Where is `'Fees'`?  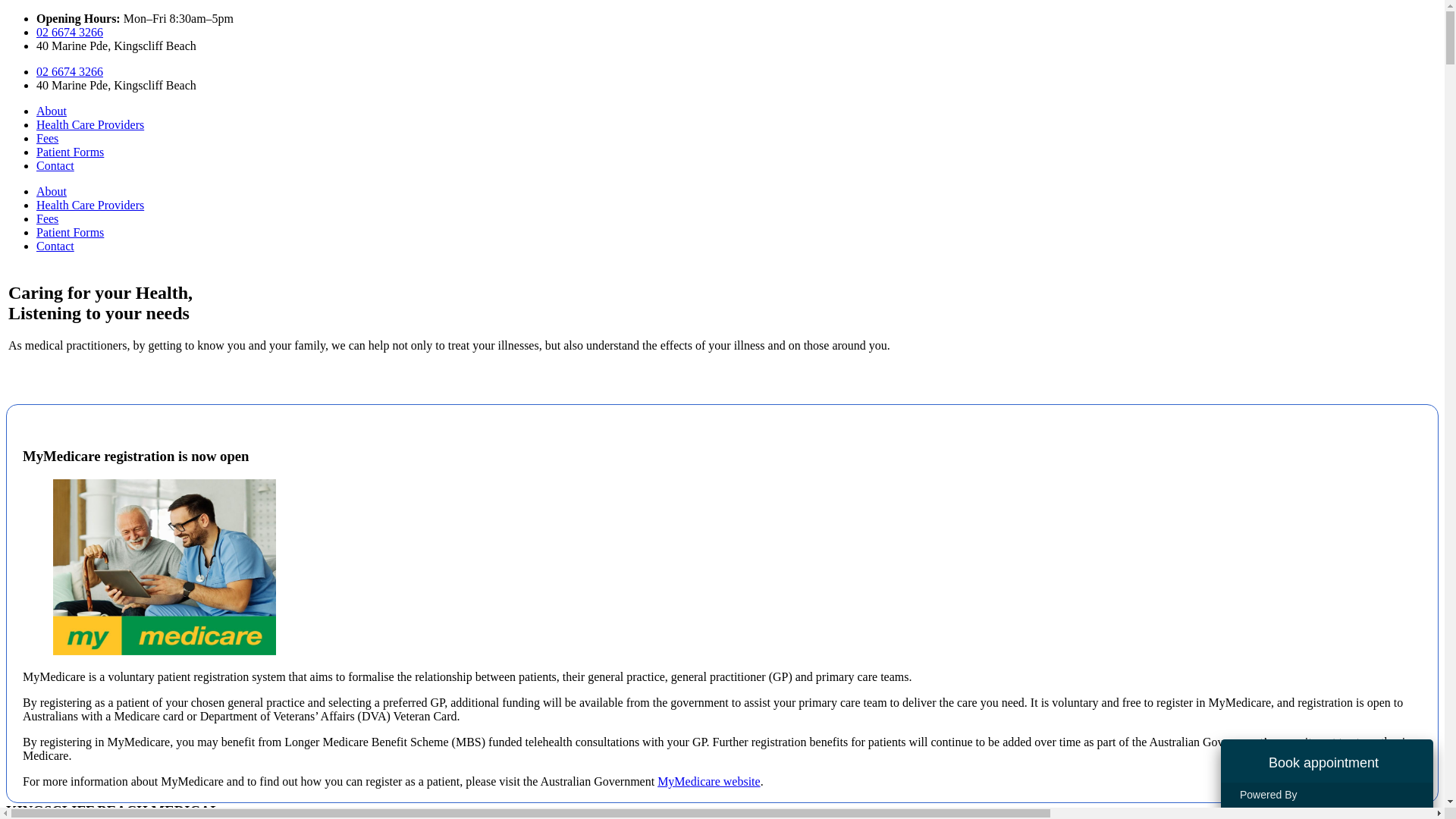 'Fees' is located at coordinates (36, 218).